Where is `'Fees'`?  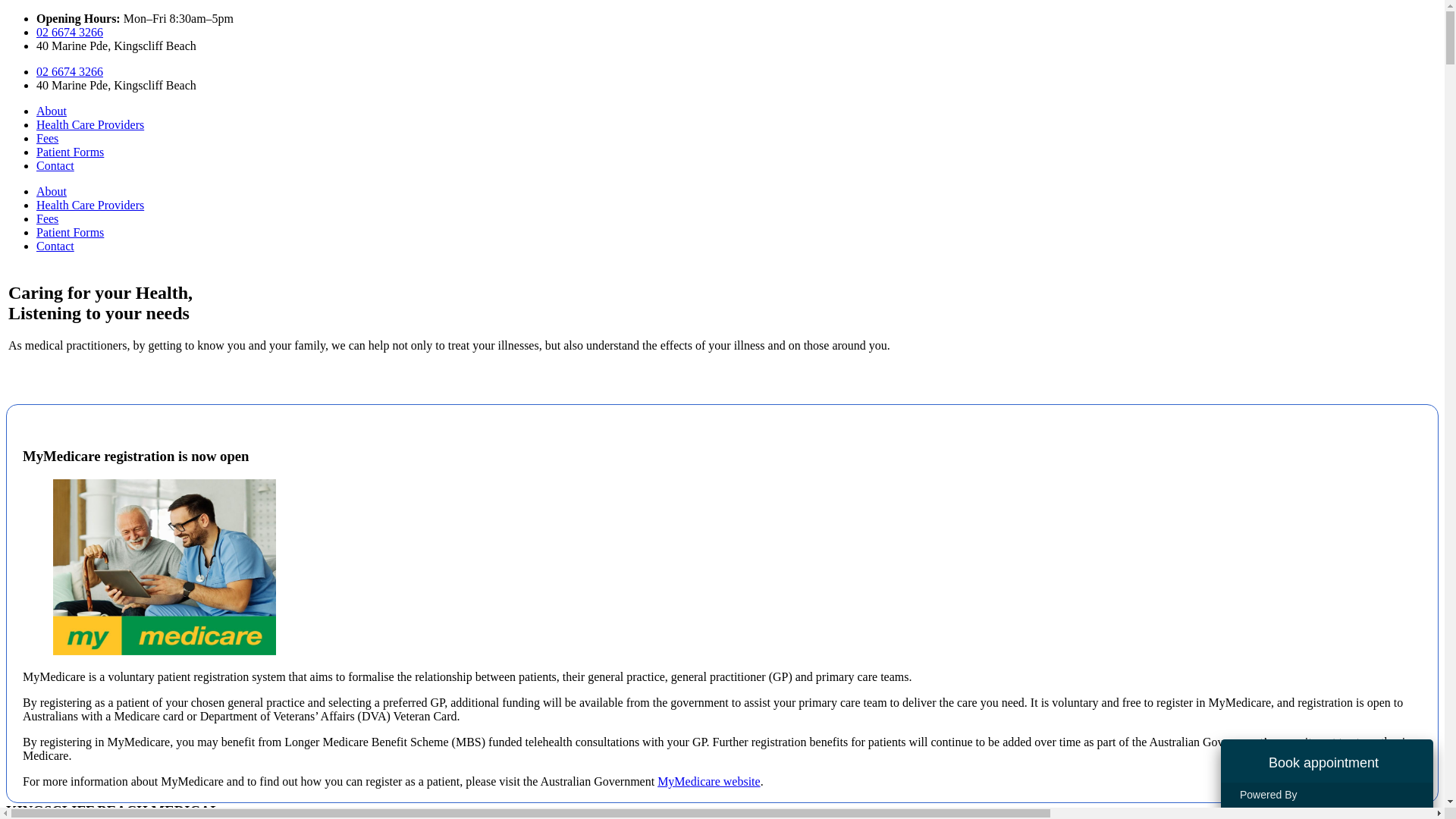 'Fees' is located at coordinates (36, 218).